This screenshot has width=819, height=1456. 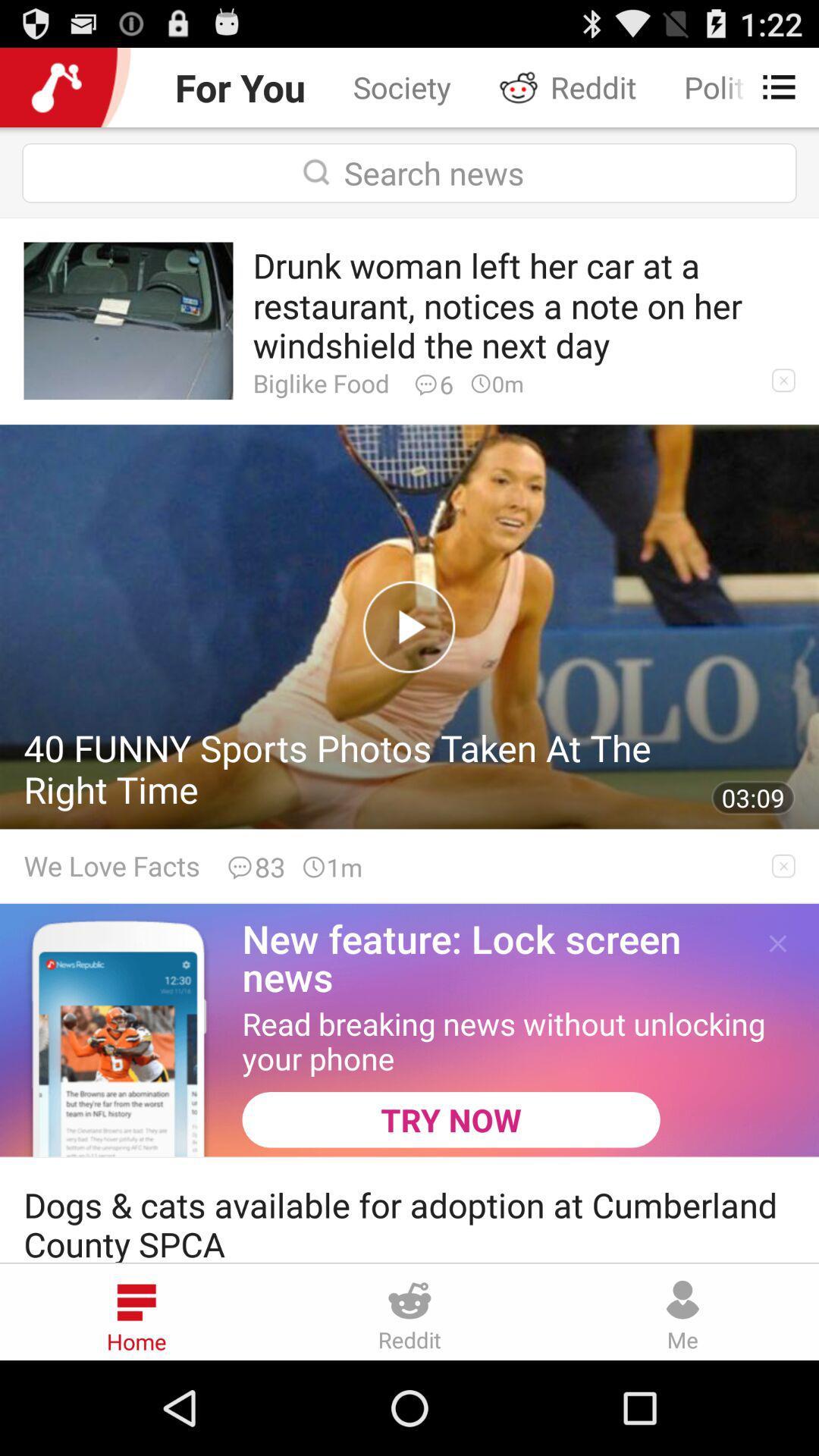 I want to click on the icon to the right of reddit item, so click(x=771, y=86).